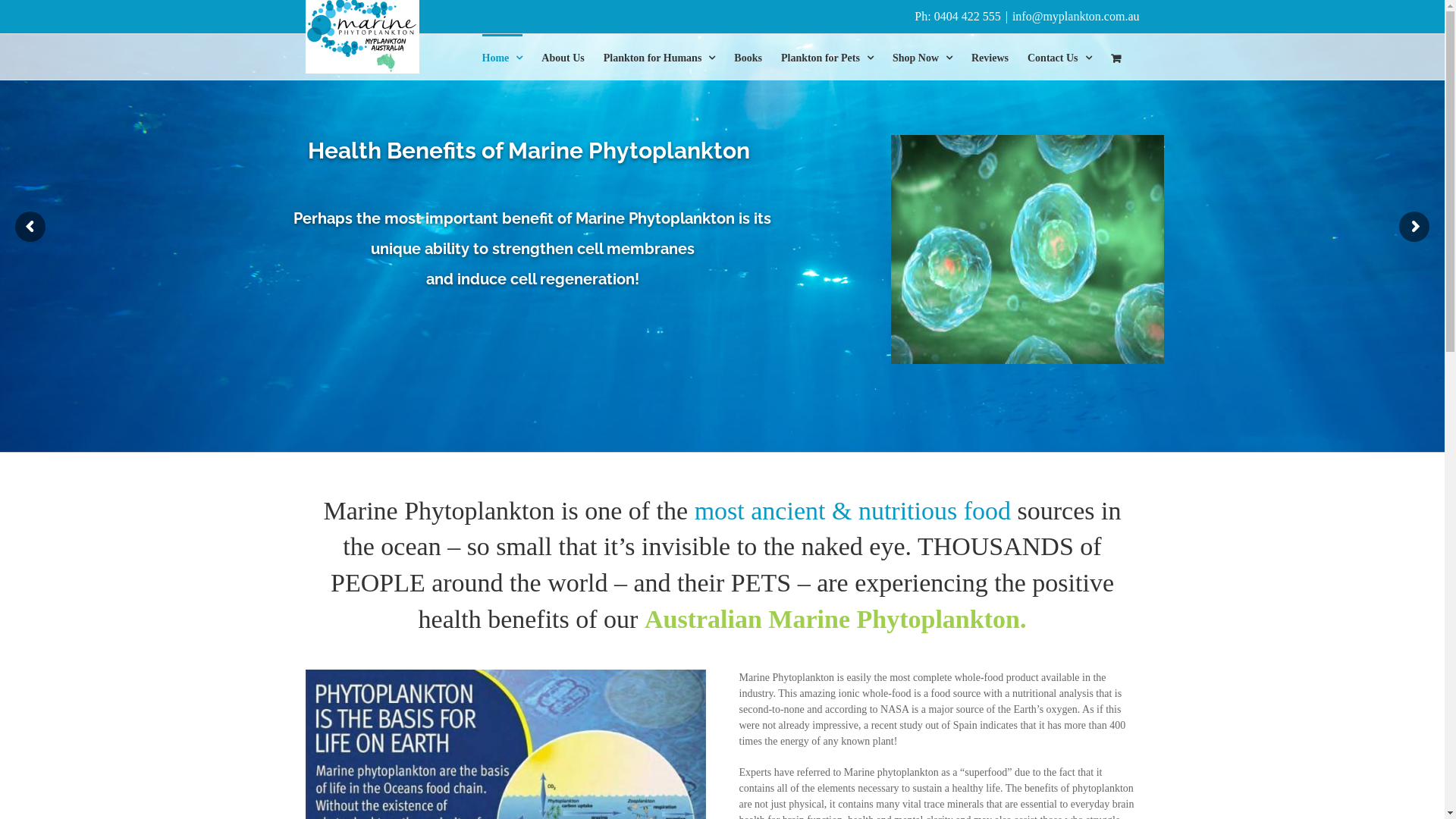 This screenshot has width=1456, height=819. What do you see at coordinates (748, 55) in the screenshot?
I see `'Books'` at bounding box center [748, 55].